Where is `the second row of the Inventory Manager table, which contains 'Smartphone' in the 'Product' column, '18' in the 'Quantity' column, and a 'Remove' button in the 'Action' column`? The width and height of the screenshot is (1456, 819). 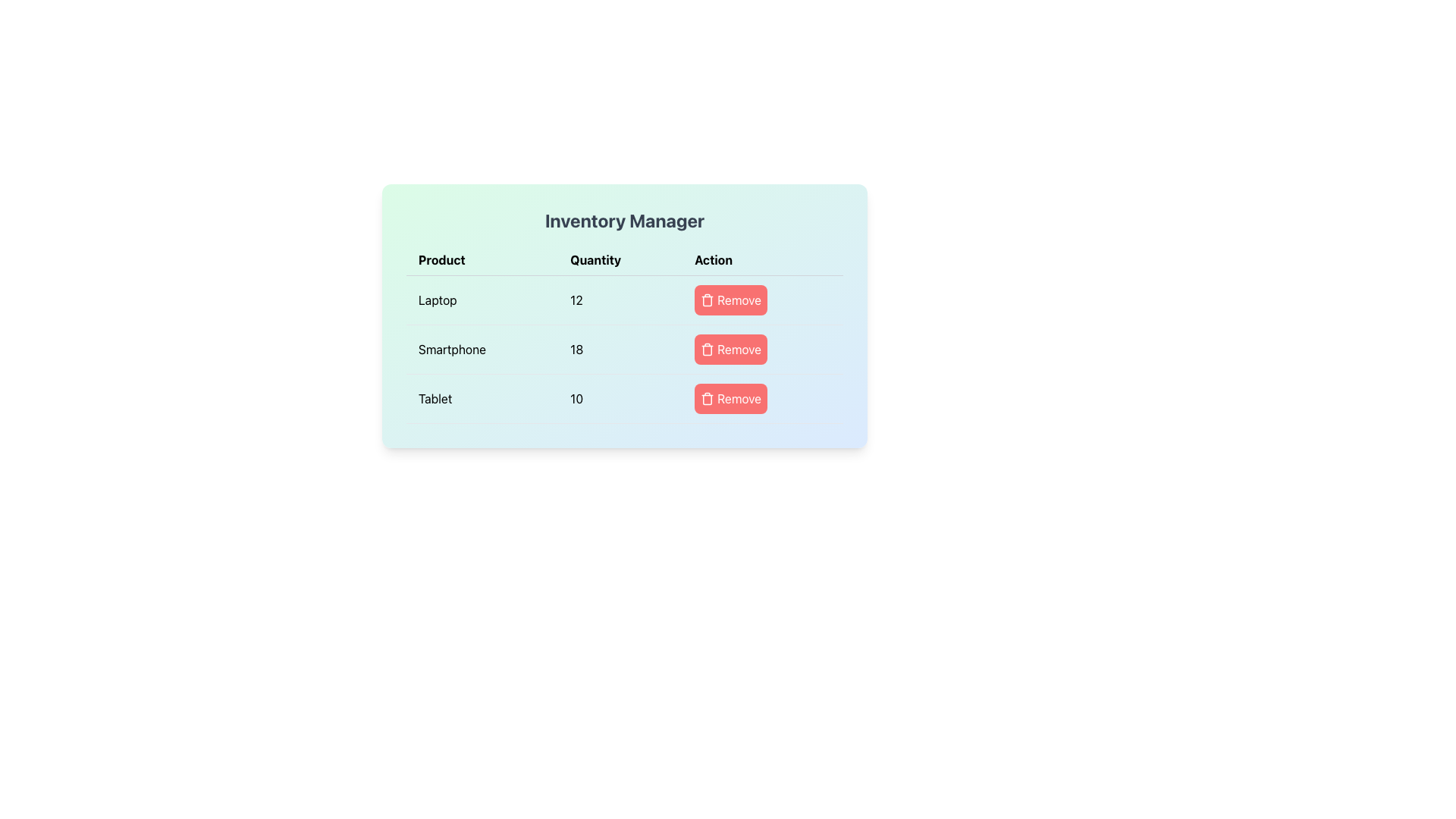 the second row of the Inventory Manager table, which contains 'Smartphone' in the 'Product' column, '18' in the 'Quantity' column, and a 'Remove' button in the 'Action' column is located at coordinates (625, 333).